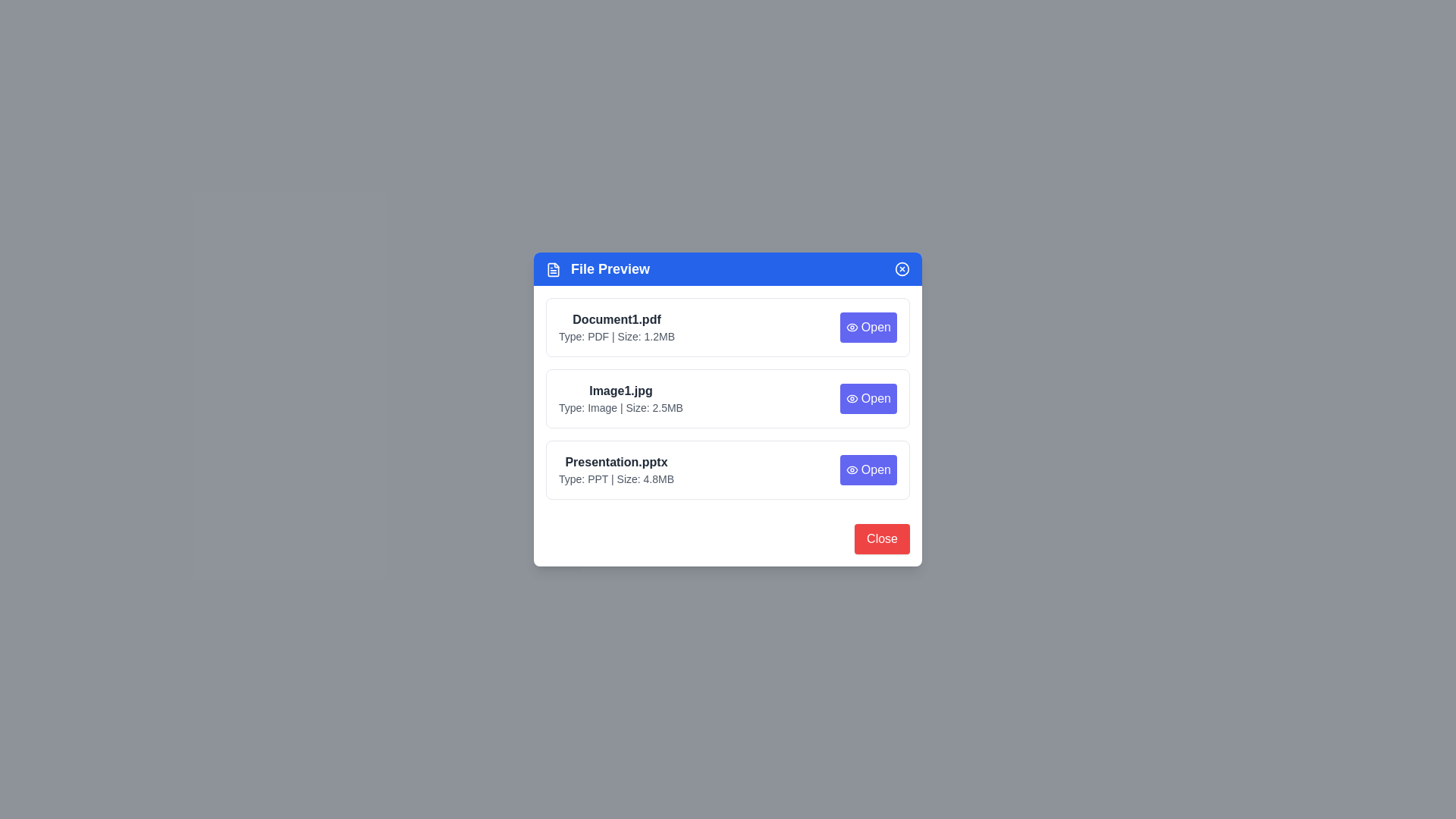 This screenshot has width=1456, height=819. I want to click on the 'Close' button to close the dialog, so click(882, 538).